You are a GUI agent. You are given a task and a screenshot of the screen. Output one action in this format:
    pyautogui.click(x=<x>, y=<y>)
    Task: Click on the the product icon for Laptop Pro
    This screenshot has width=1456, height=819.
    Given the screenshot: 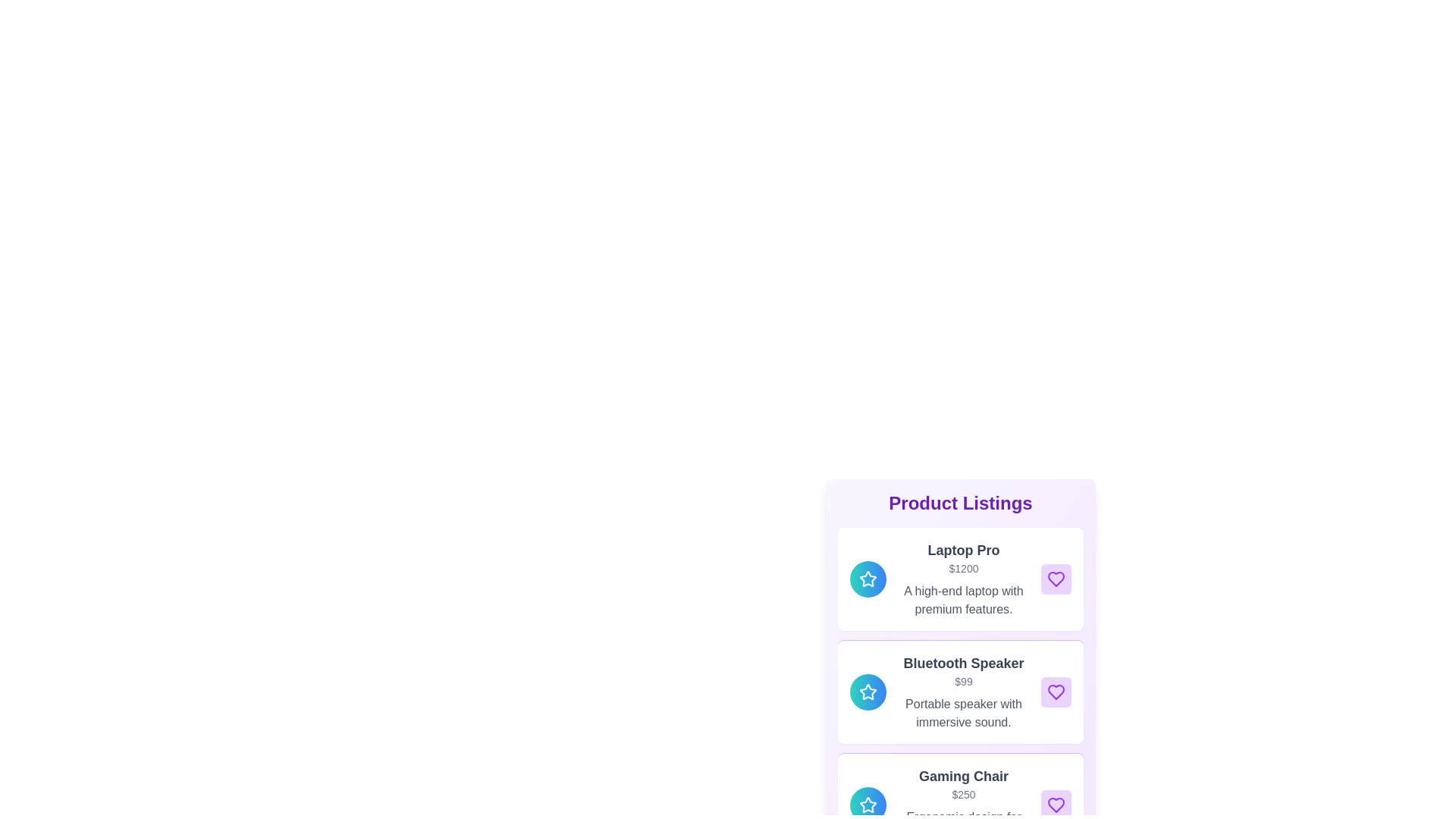 What is the action you would take?
    pyautogui.click(x=868, y=579)
    